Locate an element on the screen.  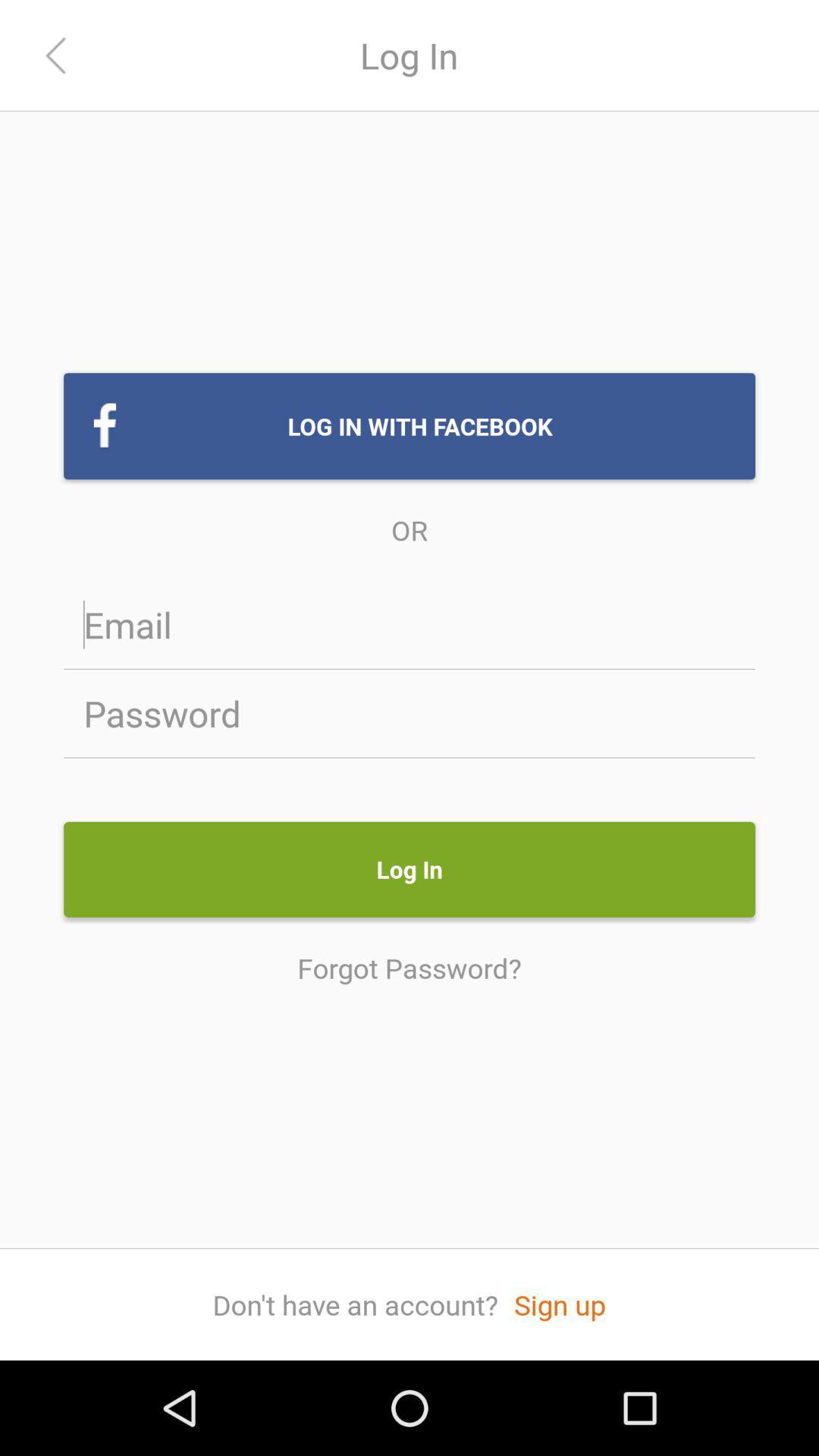
password field is located at coordinates (409, 712).